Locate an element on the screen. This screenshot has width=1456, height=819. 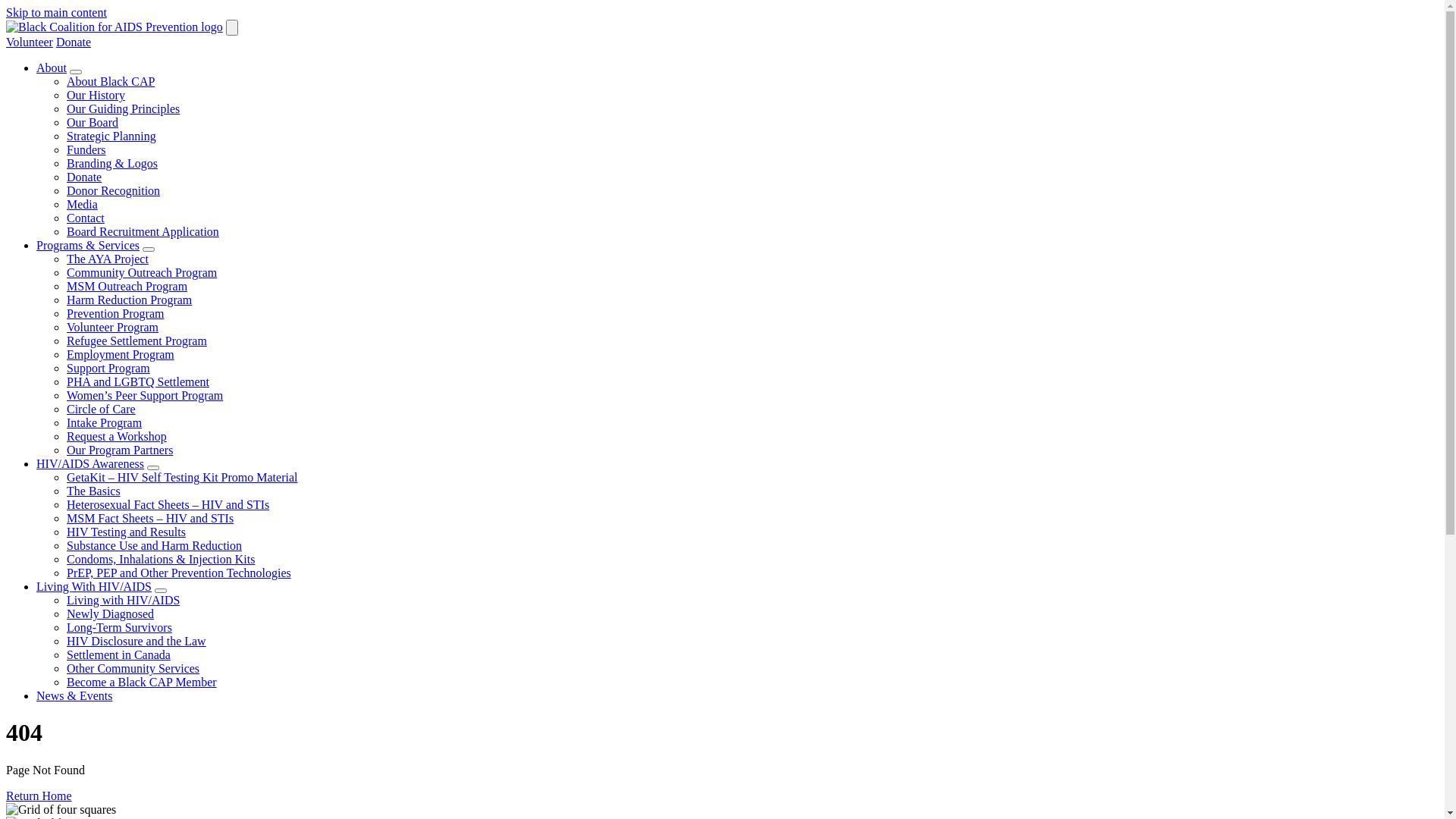
'PHA and LGBTQ Settlement' is located at coordinates (138, 381).